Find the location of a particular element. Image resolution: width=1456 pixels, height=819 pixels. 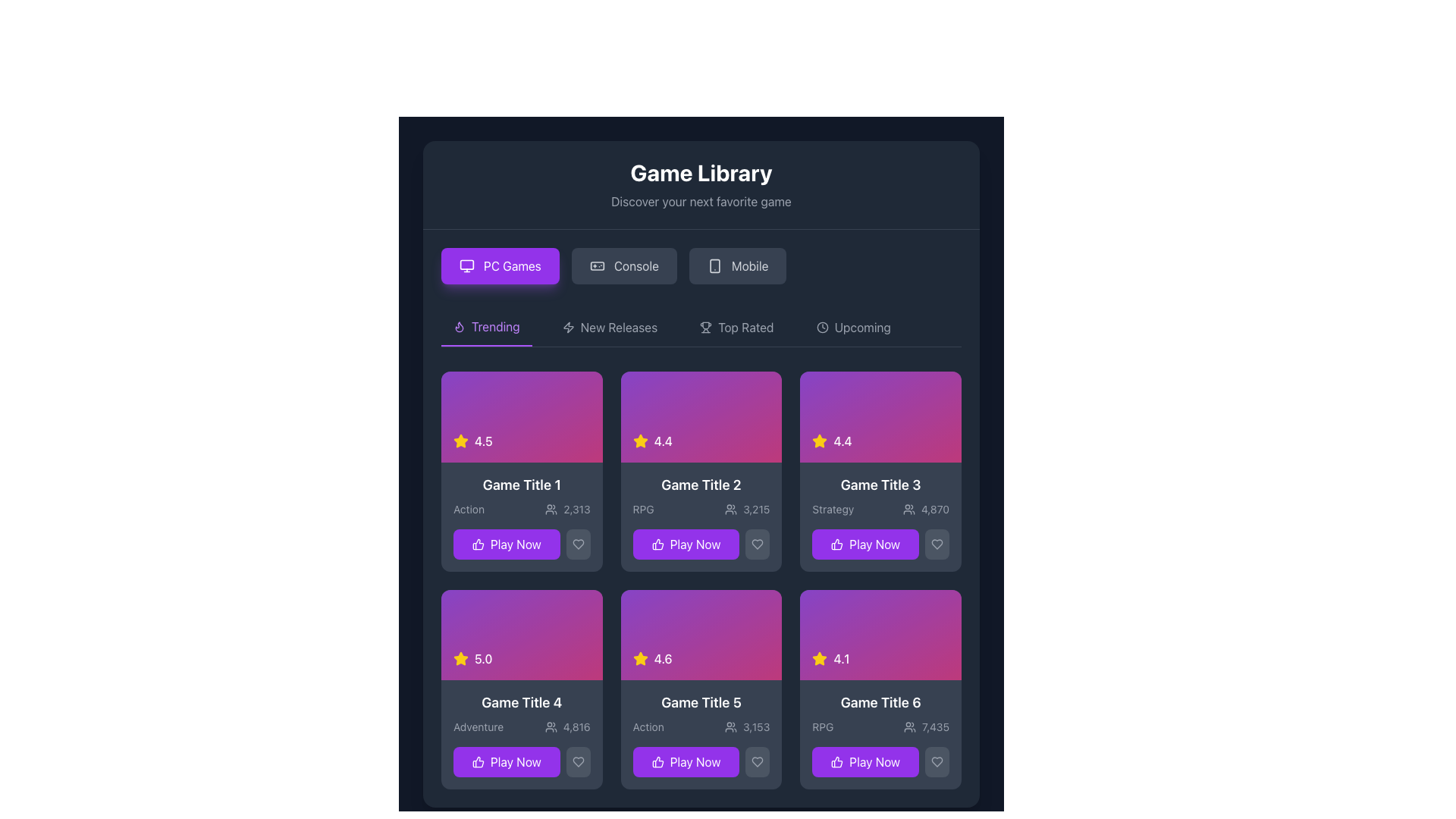

the heart icon button with a gray background located in the bottom-right corner of the 'Game Title 1' card is located at coordinates (577, 543).